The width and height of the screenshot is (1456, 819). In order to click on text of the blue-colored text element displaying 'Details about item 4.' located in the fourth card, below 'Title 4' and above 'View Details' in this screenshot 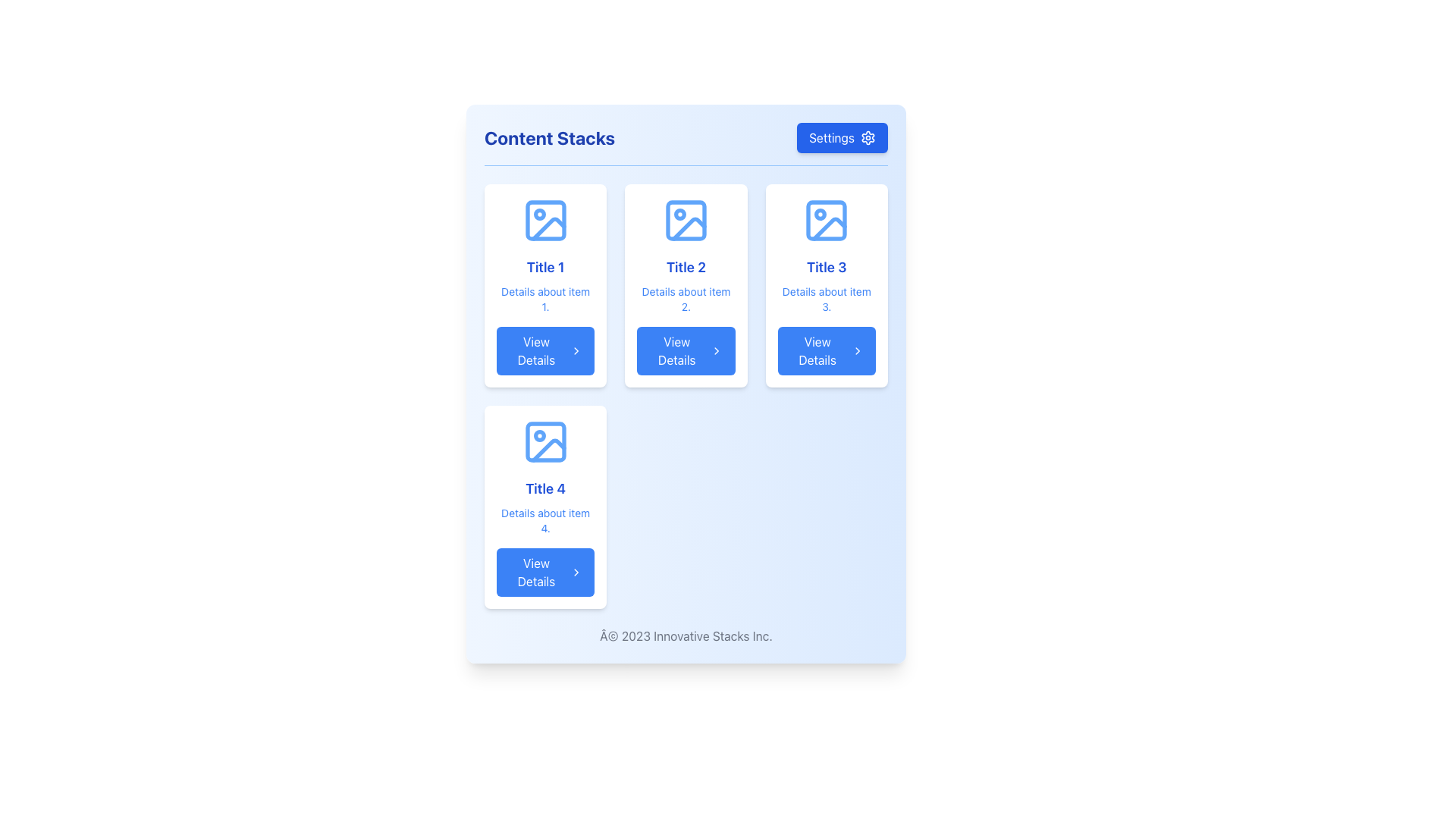, I will do `click(545, 519)`.